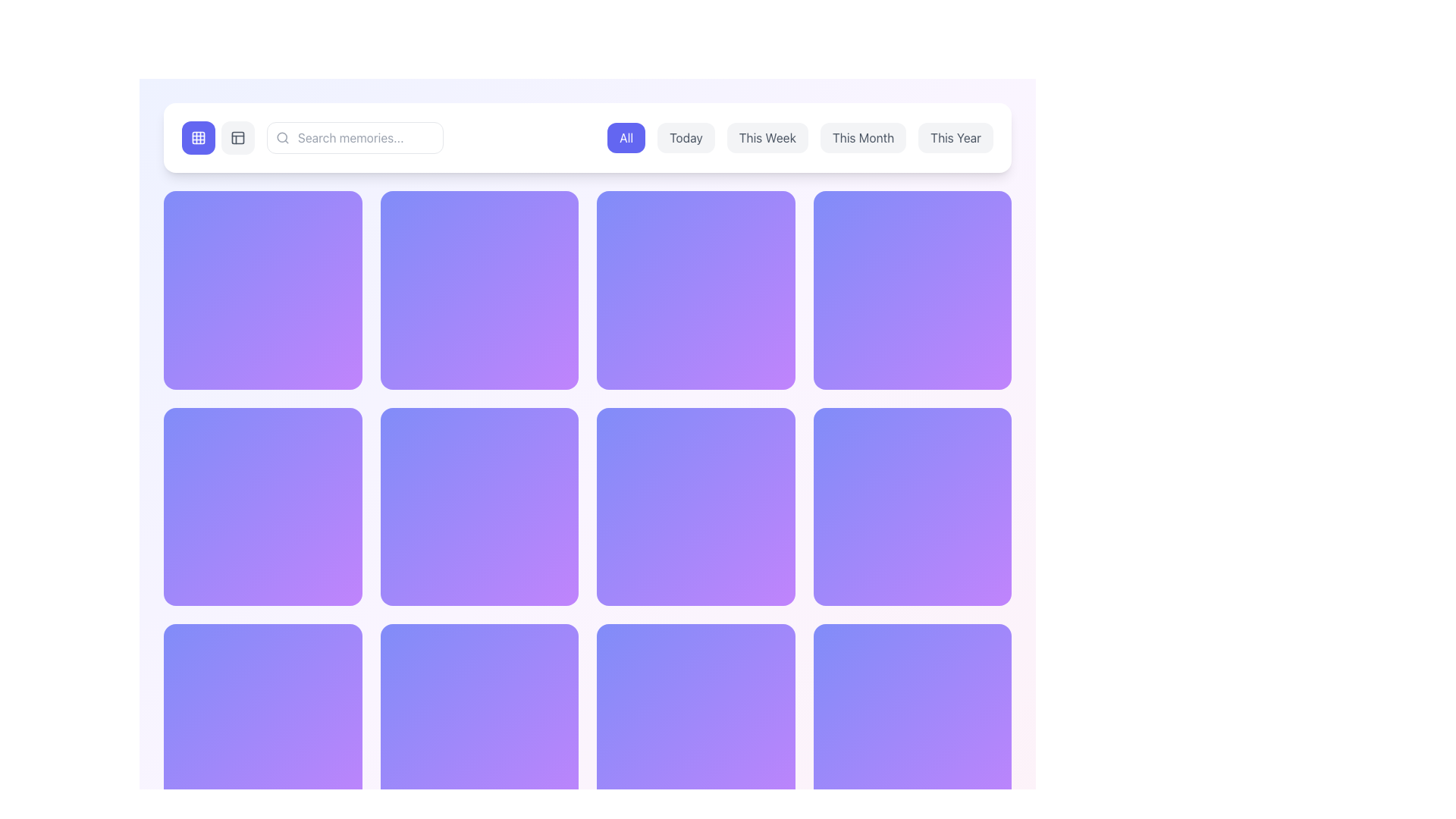  What do you see at coordinates (213, 792) in the screenshot?
I see `displayed texts and icons in the compound UI element at the bottom-left corner of the interface, which includes a date and a count of likes or interactions` at bounding box center [213, 792].